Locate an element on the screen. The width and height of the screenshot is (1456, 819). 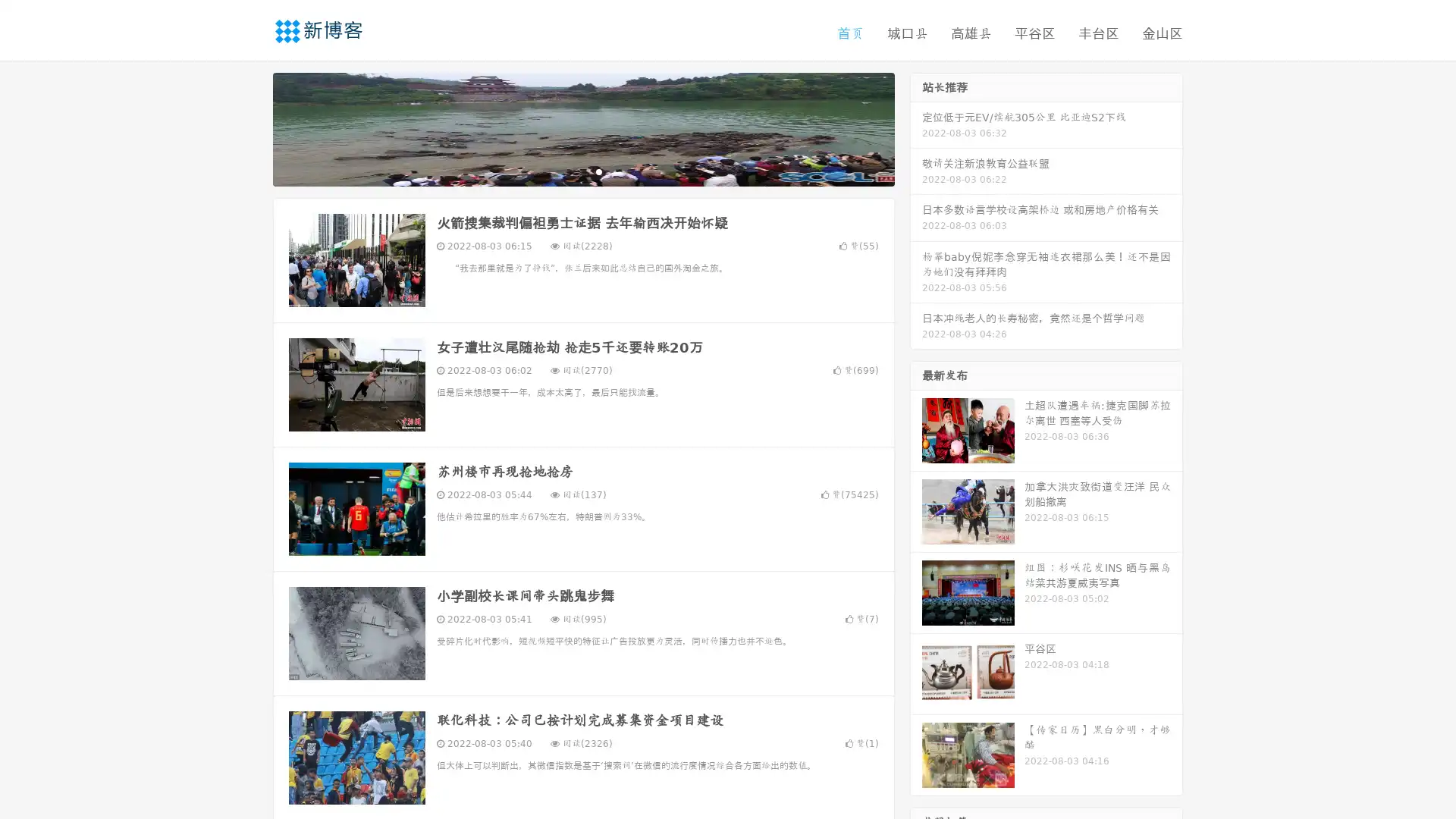
Next slide is located at coordinates (916, 127).